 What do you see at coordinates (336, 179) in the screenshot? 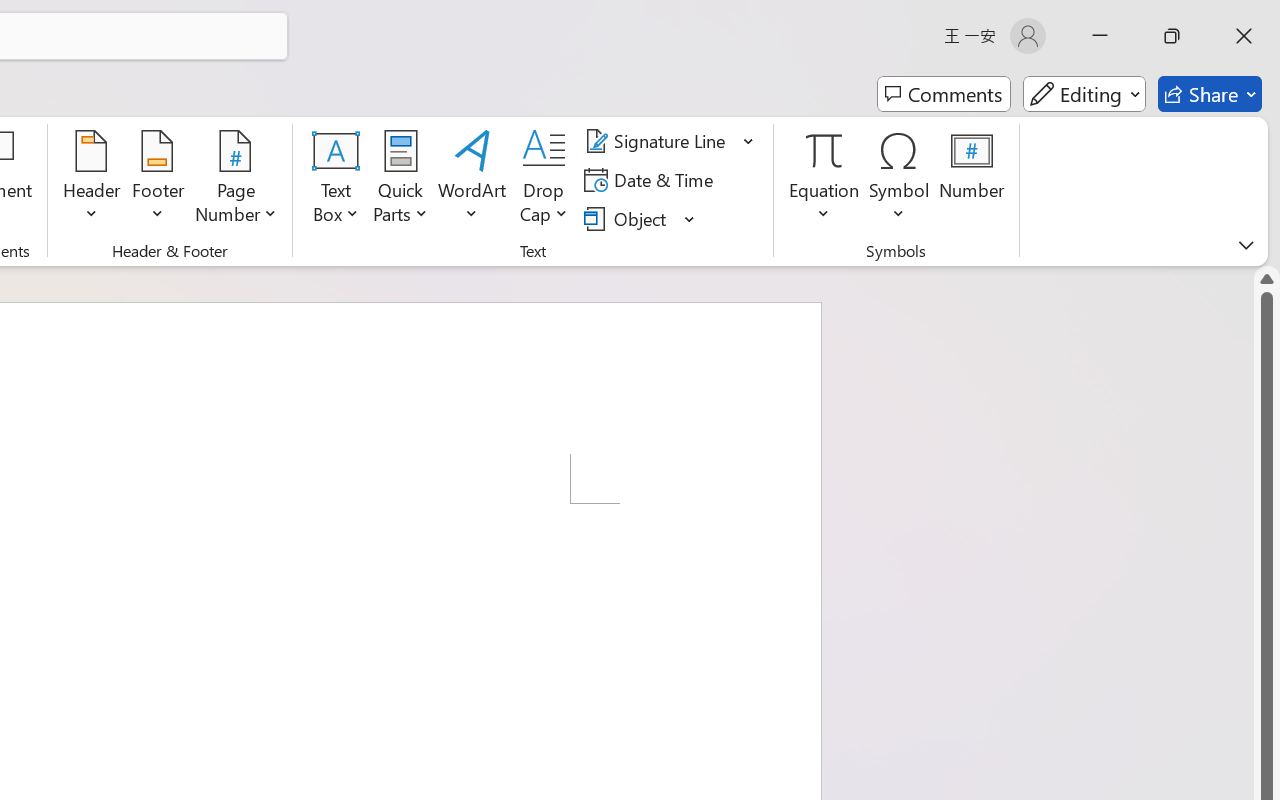
I see `'Text Box'` at bounding box center [336, 179].